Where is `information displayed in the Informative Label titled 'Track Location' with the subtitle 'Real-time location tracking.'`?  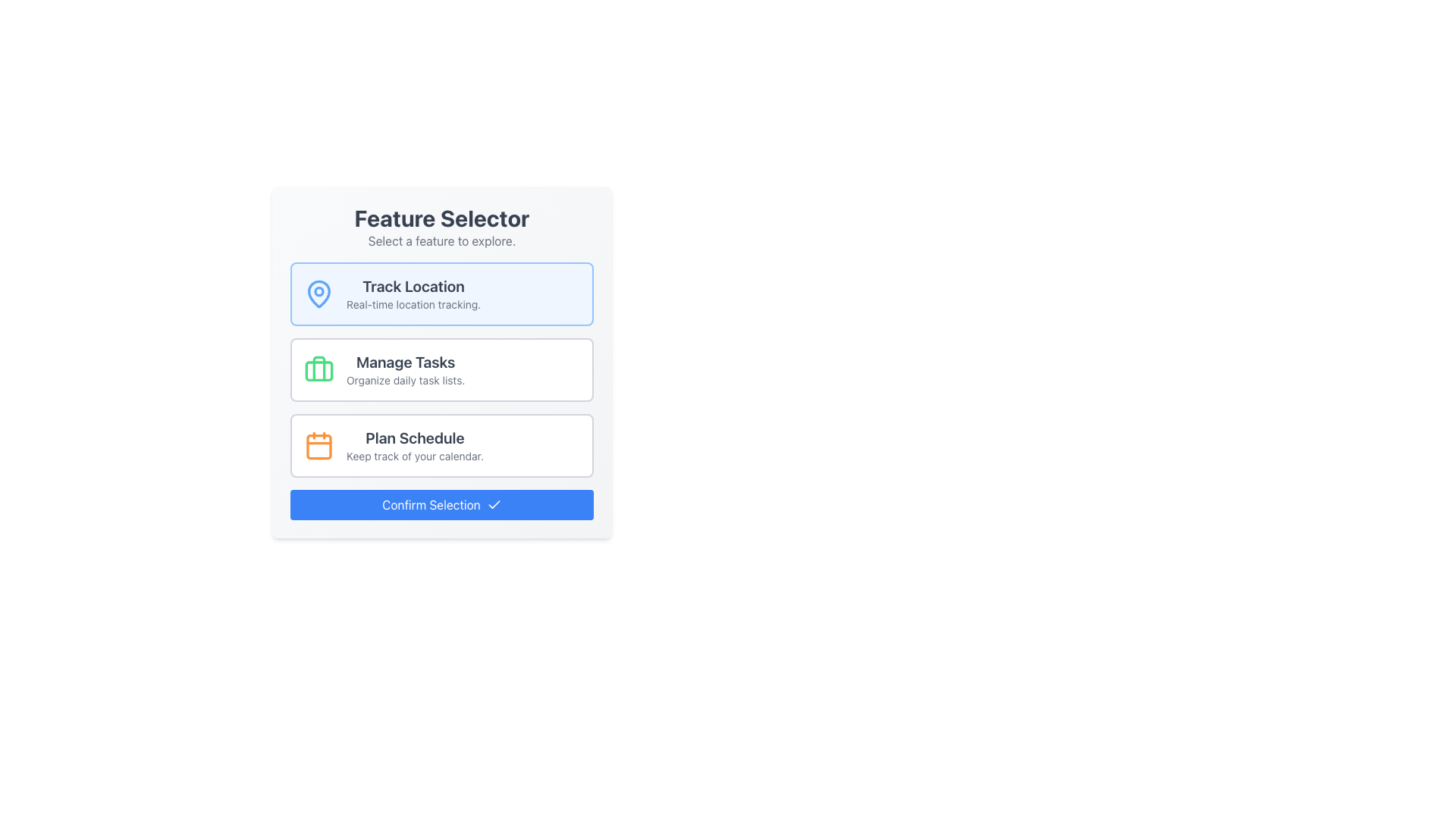 information displayed in the Informative Label titled 'Track Location' with the subtitle 'Real-time location tracking.' is located at coordinates (413, 294).